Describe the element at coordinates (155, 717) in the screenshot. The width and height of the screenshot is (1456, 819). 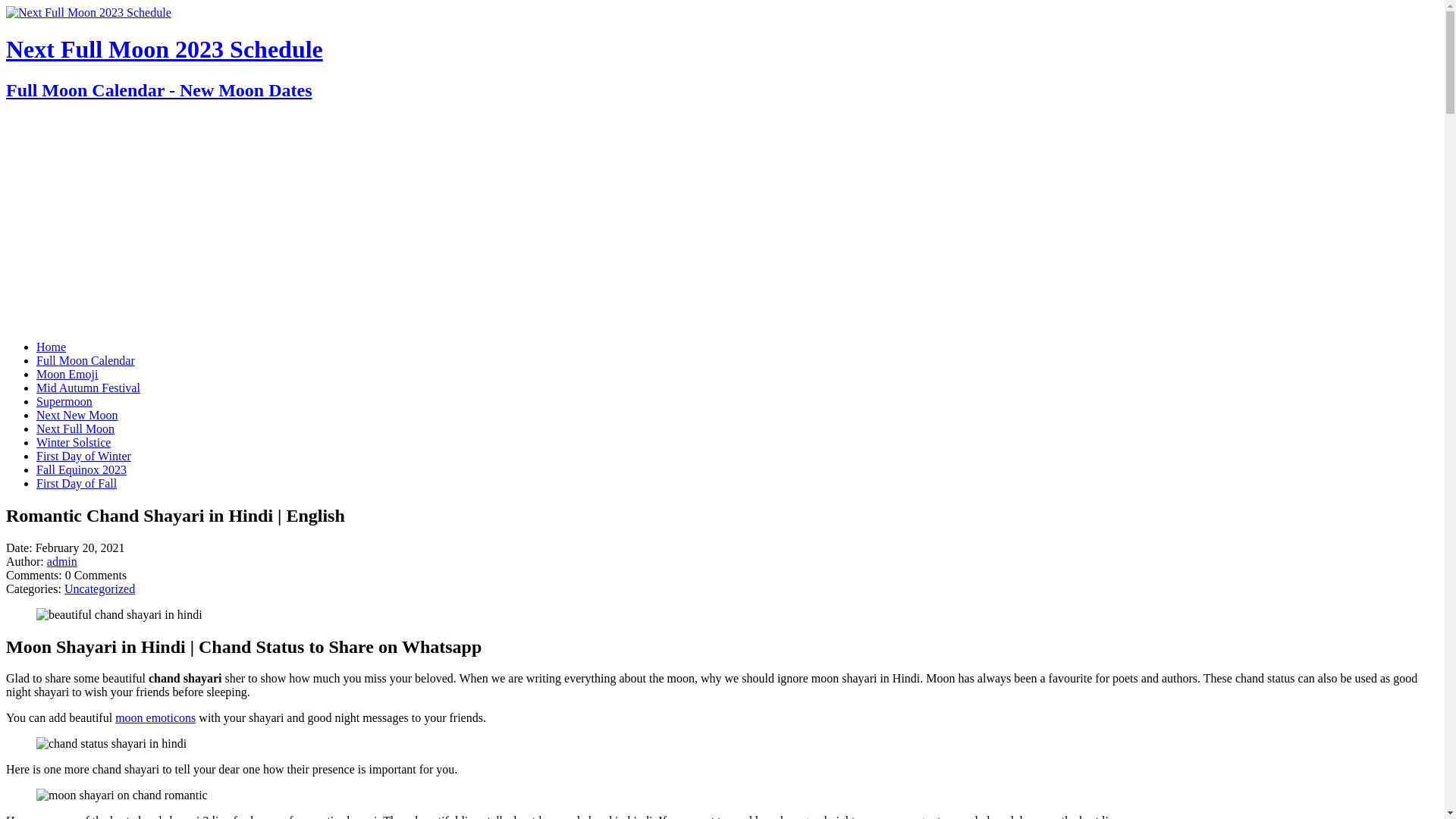
I see `'moon emoticons'` at that location.